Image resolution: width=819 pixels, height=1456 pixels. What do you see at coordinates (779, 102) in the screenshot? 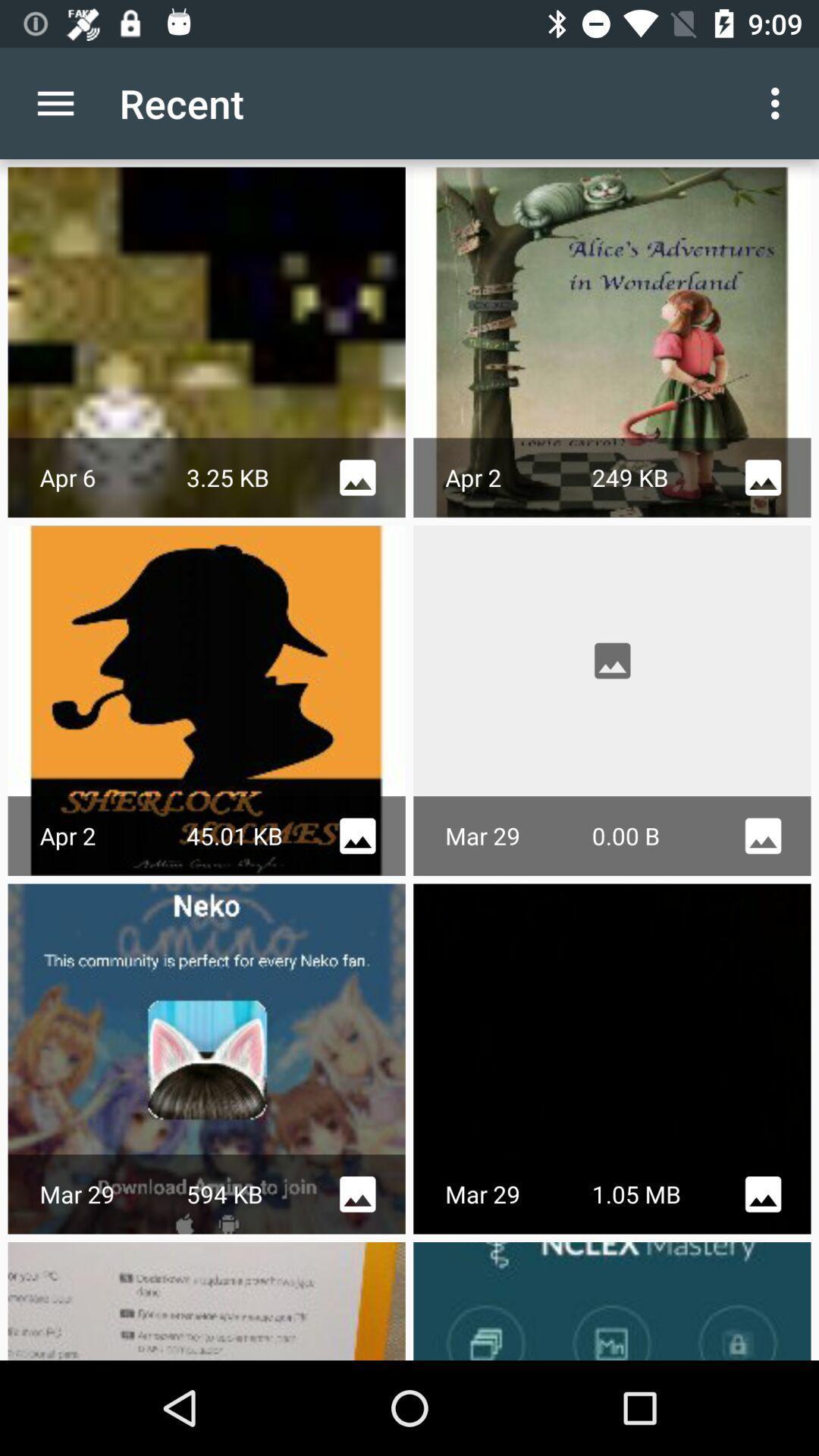
I see `icon next to the recent item` at bounding box center [779, 102].